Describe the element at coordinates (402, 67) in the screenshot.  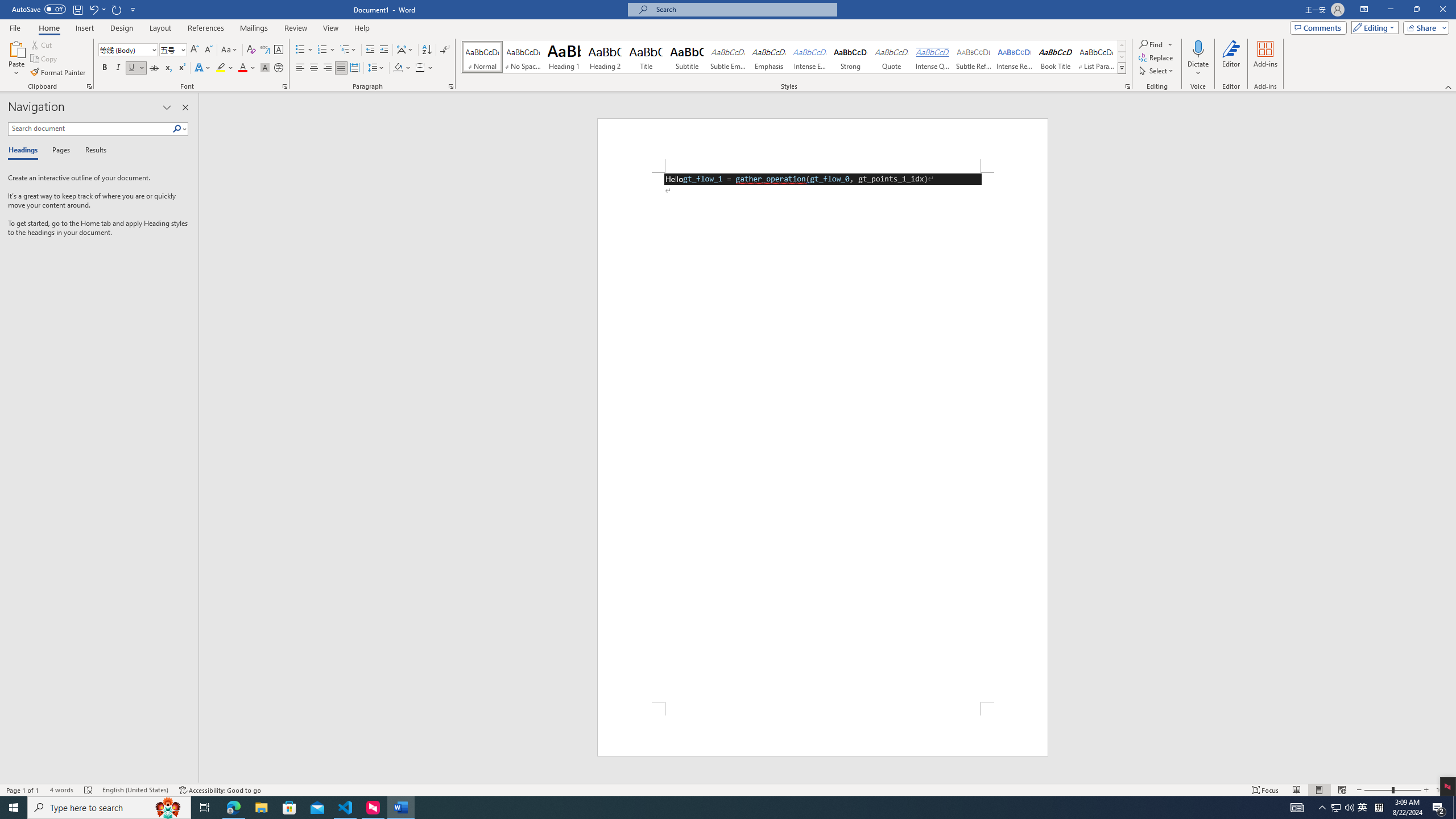
I see `'Shading'` at that location.